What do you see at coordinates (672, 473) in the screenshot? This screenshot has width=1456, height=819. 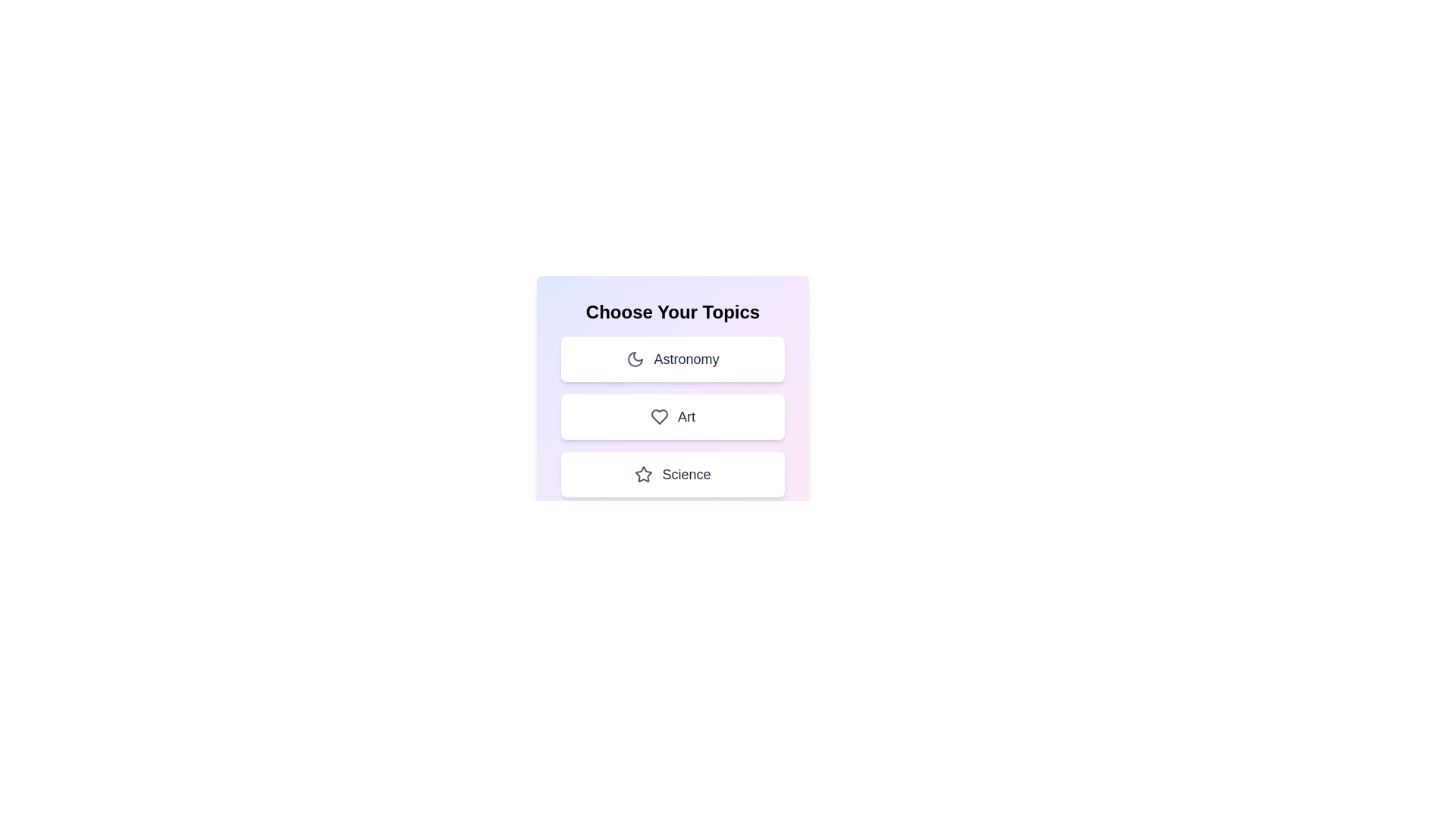 I see `the topic Science by clicking on its corresponding area` at bounding box center [672, 473].